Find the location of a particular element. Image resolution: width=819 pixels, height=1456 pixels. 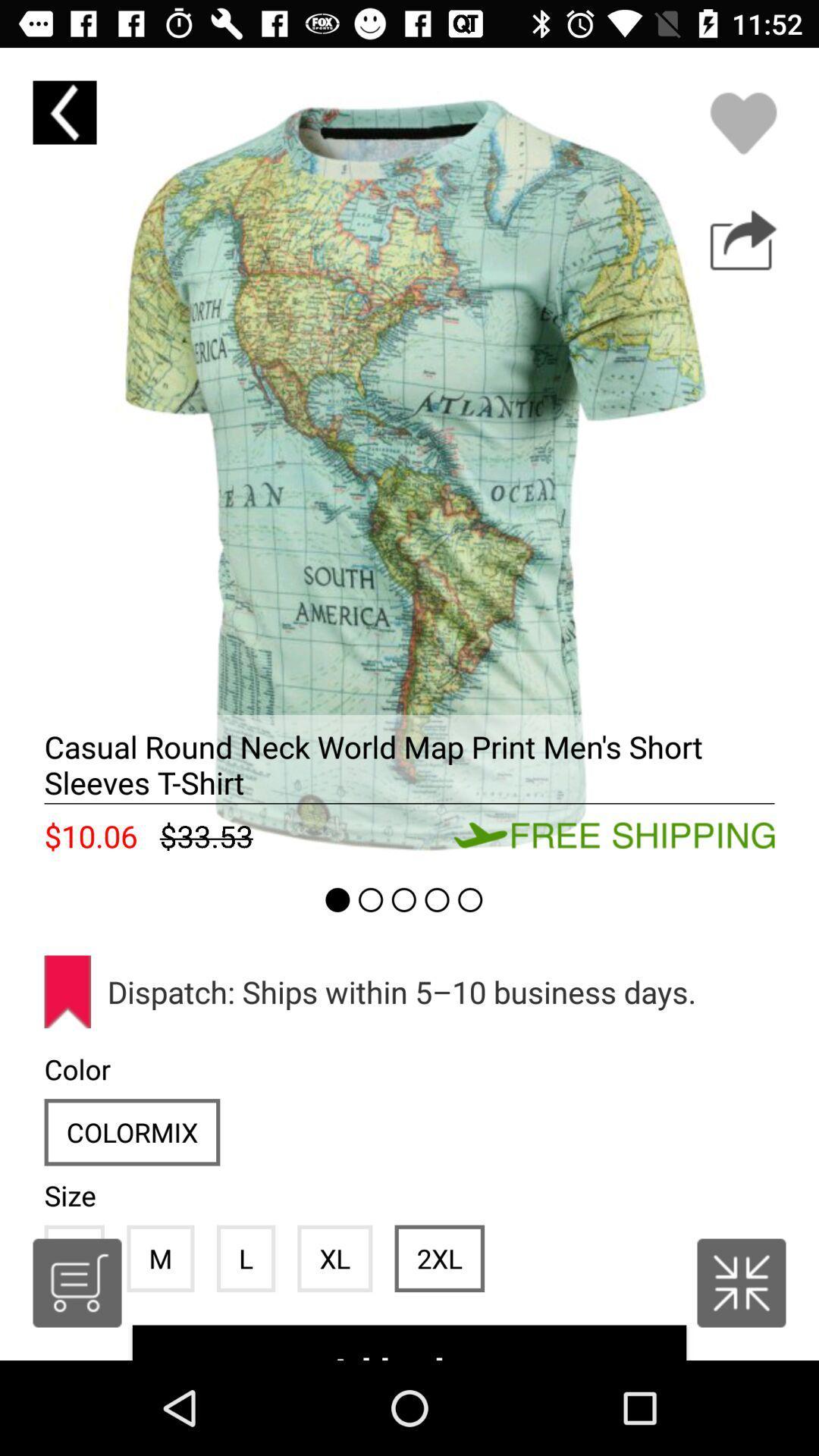

share the item is located at coordinates (742, 240).